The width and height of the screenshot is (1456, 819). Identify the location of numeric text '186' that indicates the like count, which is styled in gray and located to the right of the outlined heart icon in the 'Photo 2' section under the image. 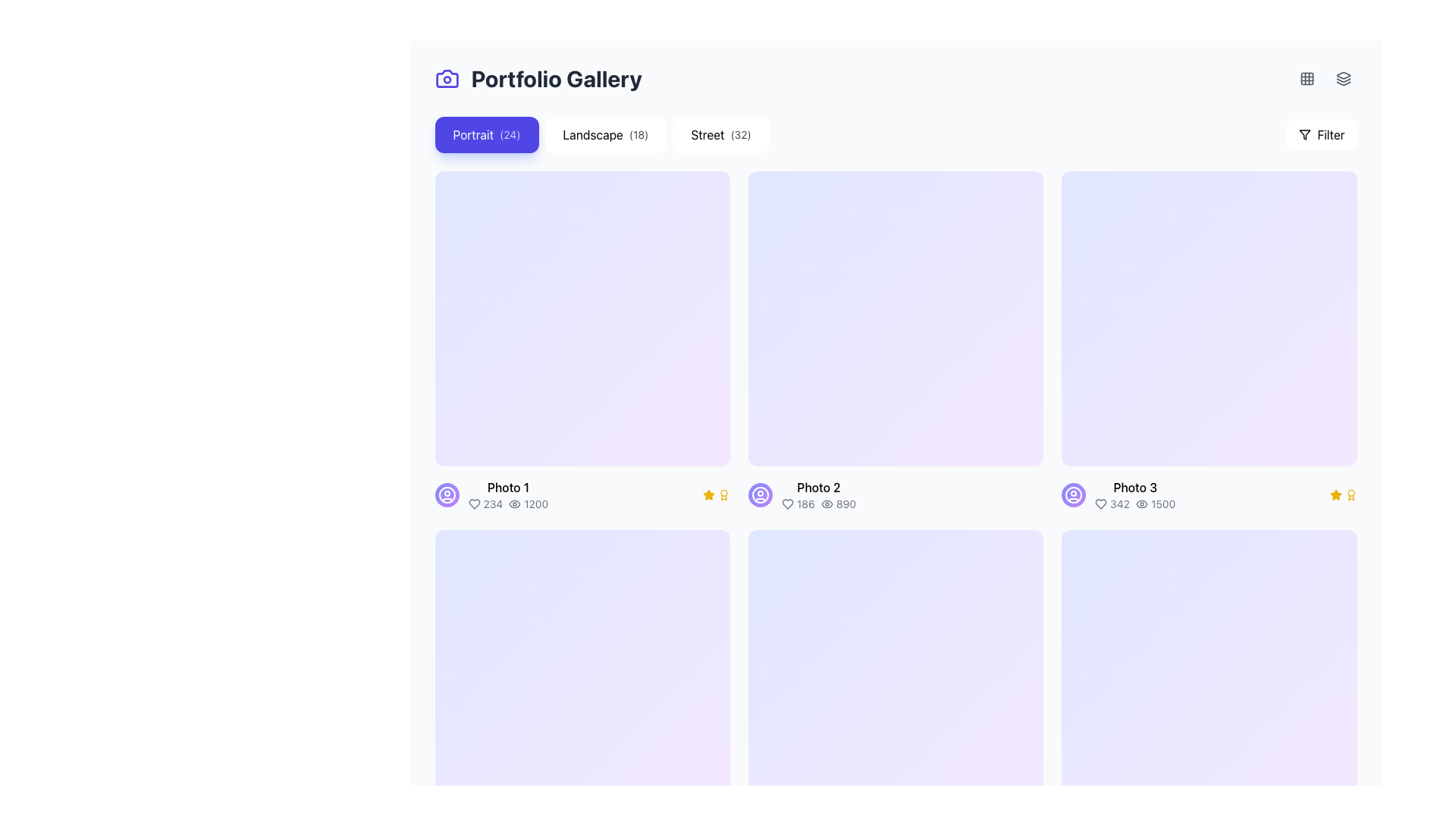
(797, 504).